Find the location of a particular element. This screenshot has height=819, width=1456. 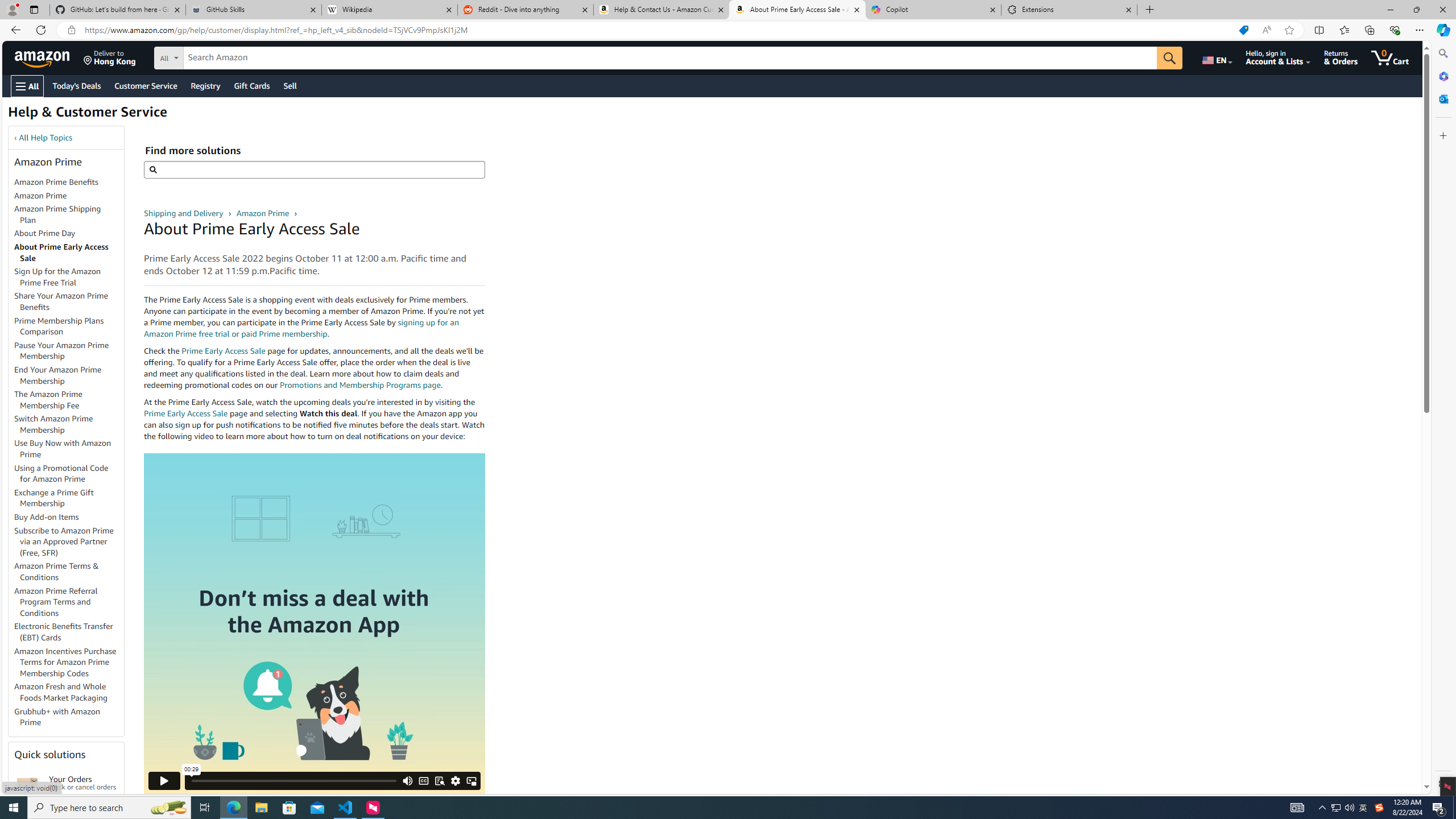

'Help & Contact Us - Amazon Customer Service' is located at coordinates (660, 9).